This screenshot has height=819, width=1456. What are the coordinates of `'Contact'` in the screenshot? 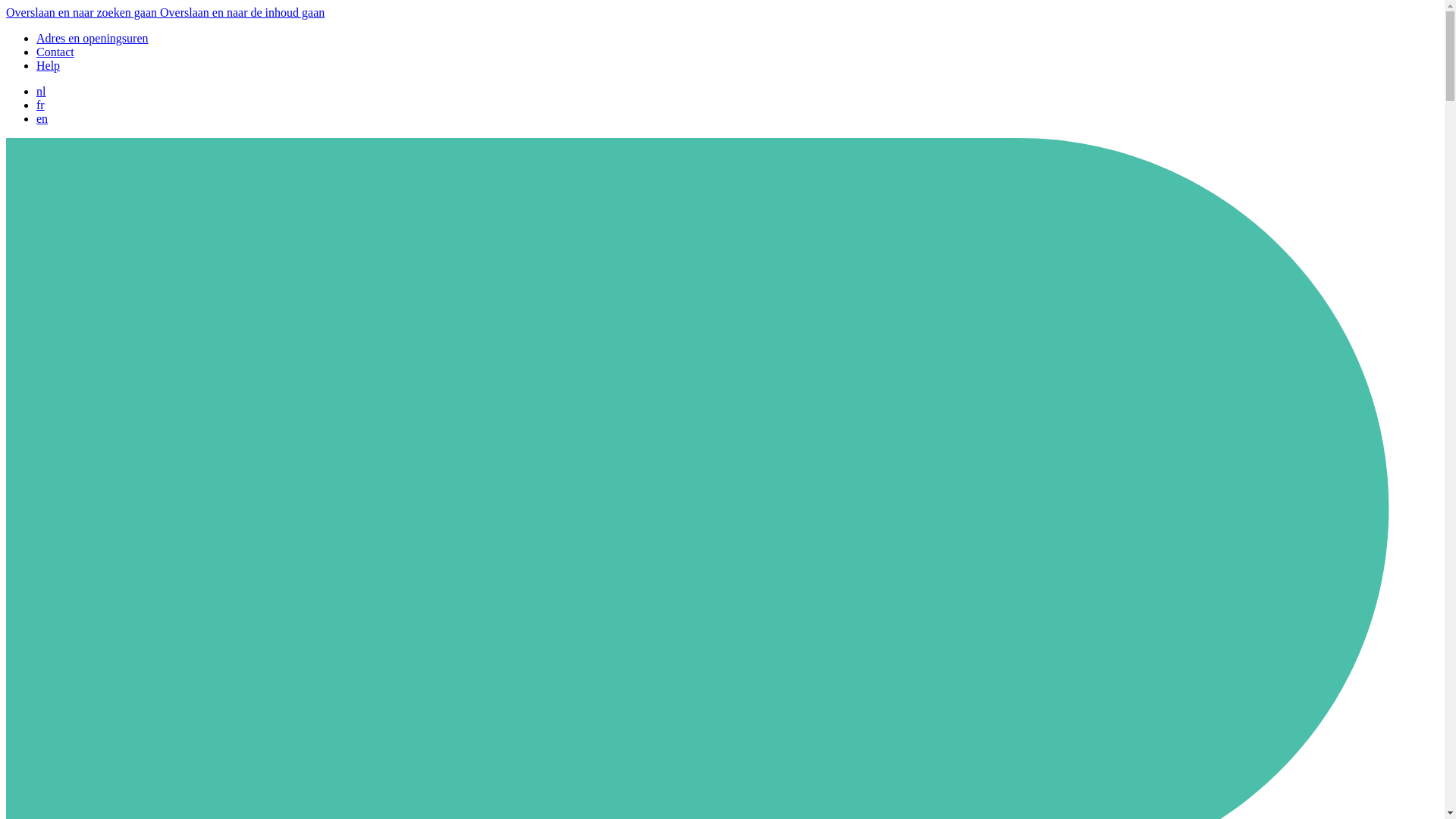 It's located at (55, 51).